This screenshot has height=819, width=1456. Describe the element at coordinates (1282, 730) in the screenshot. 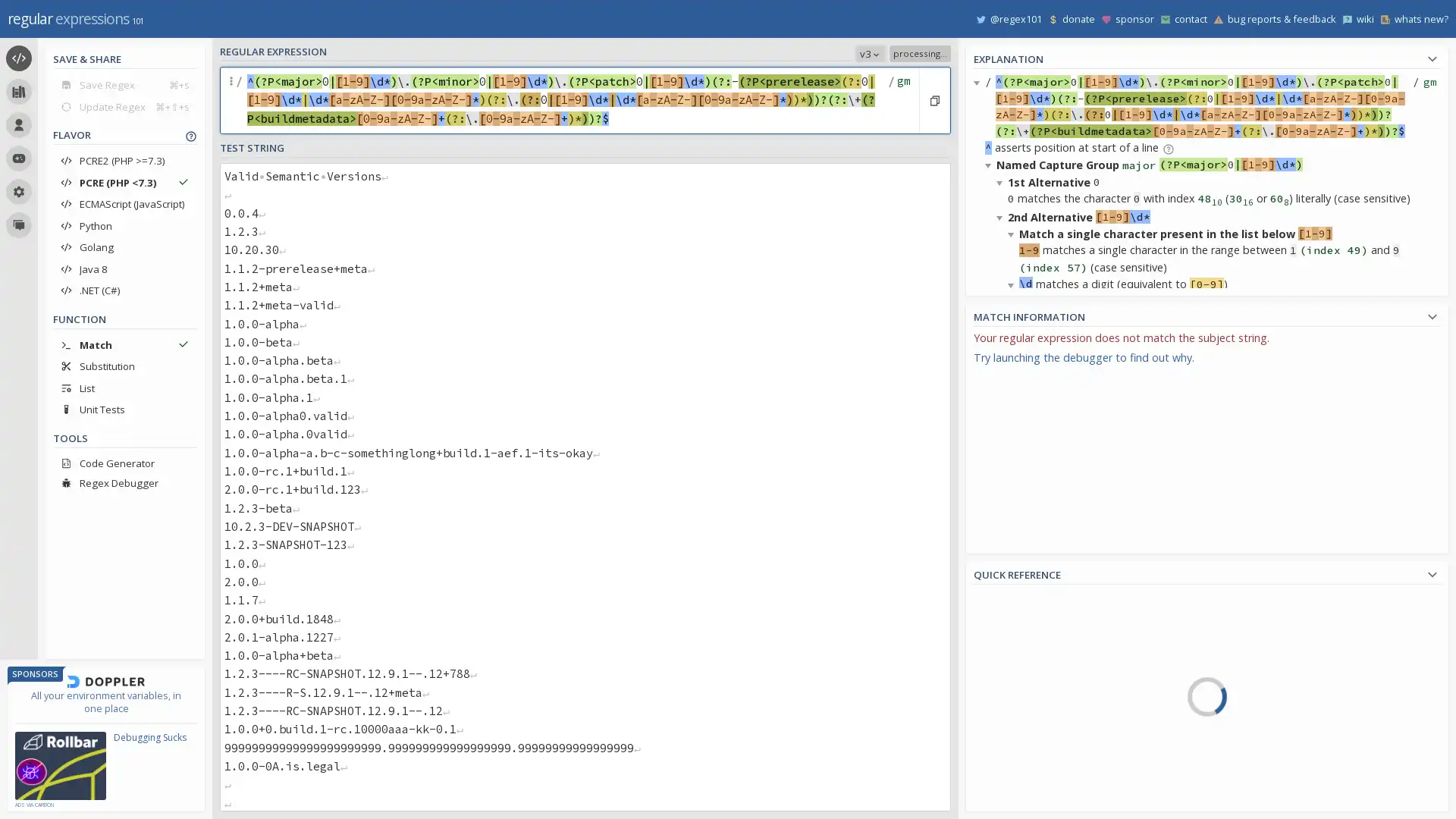

I see `Alternate - match either a or b a|b` at that location.